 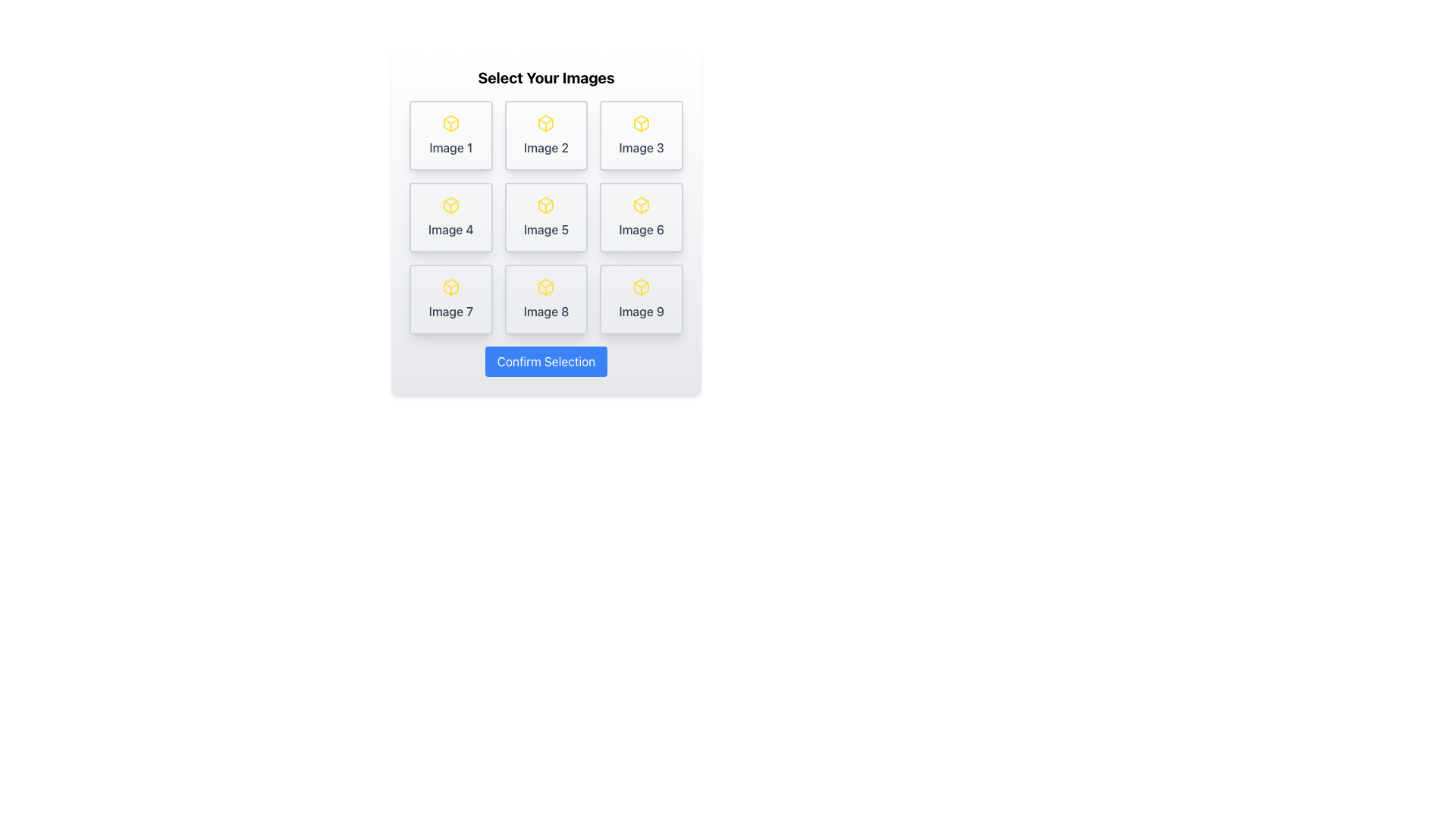 I want to click on the text label 'Image 9' located in the bottom-right corner of the grid structure, which displays a gray-colored text beneath an illustrative box icon, so click(x=642, y=311).